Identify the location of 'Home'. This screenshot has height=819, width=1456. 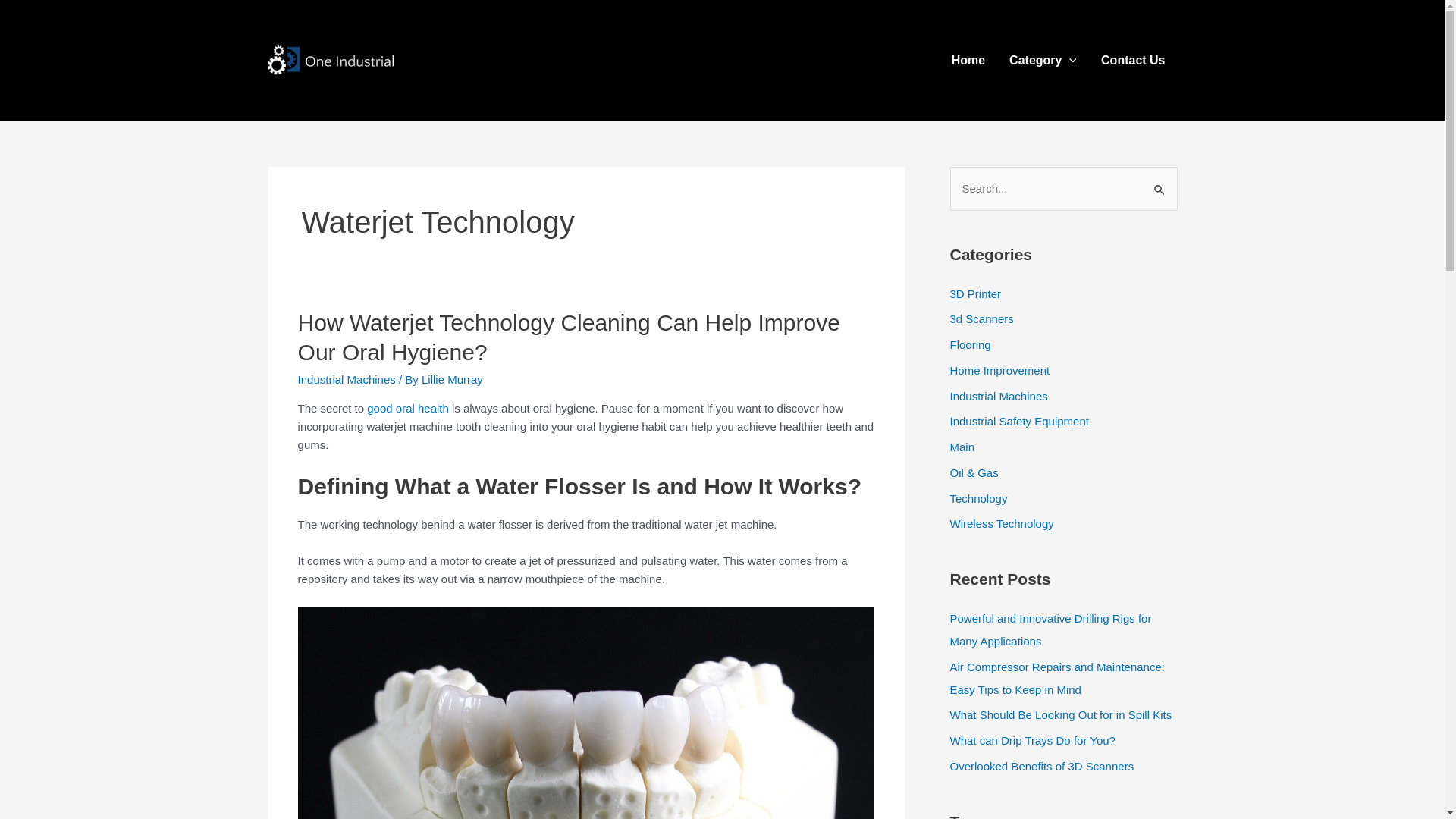
(938, 58).